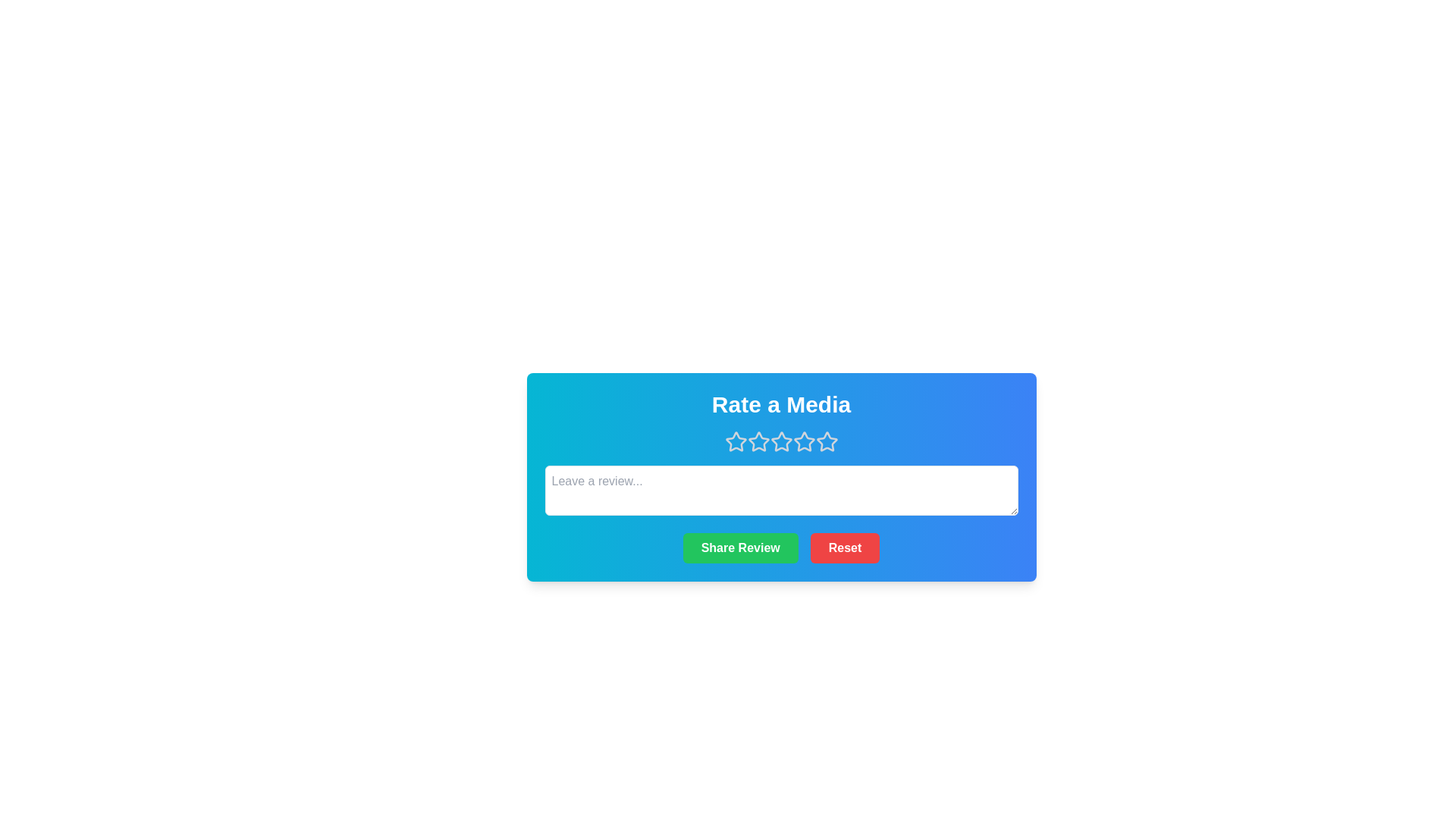 The height and width of the screenshot is (819, 1456). Describe the element at coordinates (803, 441) in the screenshot. I see `the rating to 4 stars by clicking on the respective star` at that location.